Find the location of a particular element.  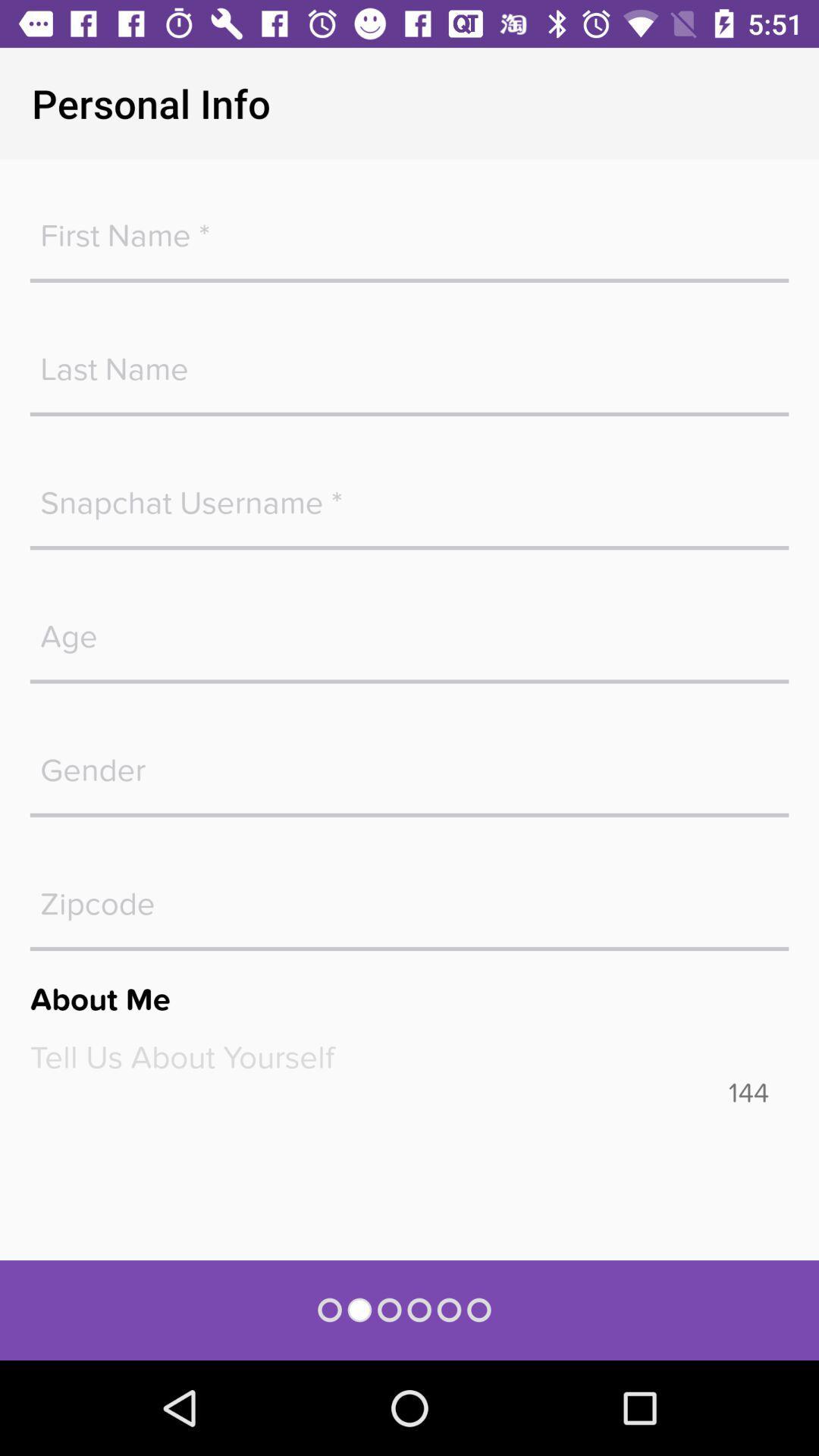

name field is located at coordinates (409, 360).